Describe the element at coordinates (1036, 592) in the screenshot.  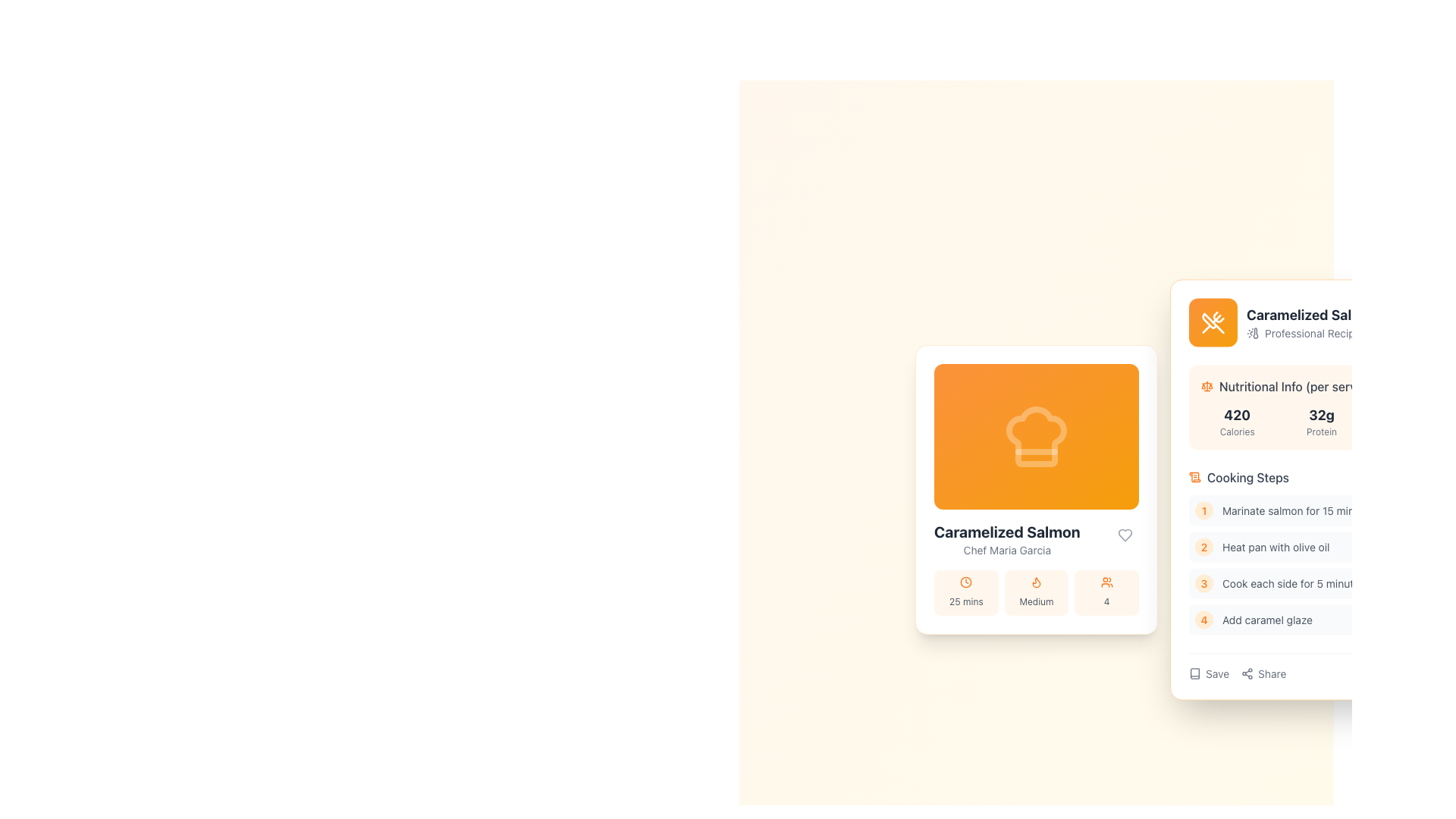
I see `the 'Medium' difficulty level text label with an icon` at that location.